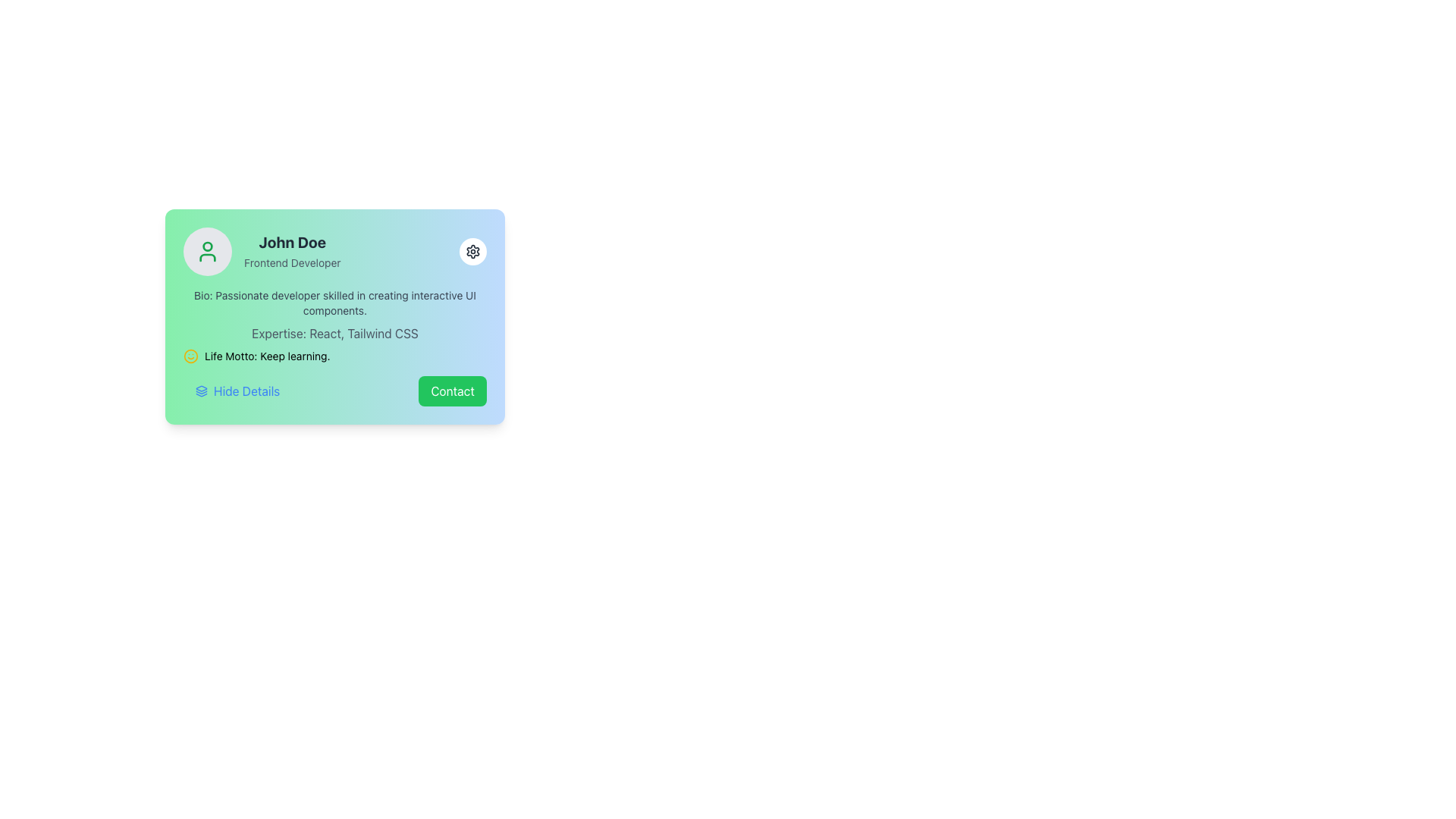  I want to click on the stacked layers icon located next to the 'Hide Details' text at the bottom-left of the user profile card, so click(200, 391).